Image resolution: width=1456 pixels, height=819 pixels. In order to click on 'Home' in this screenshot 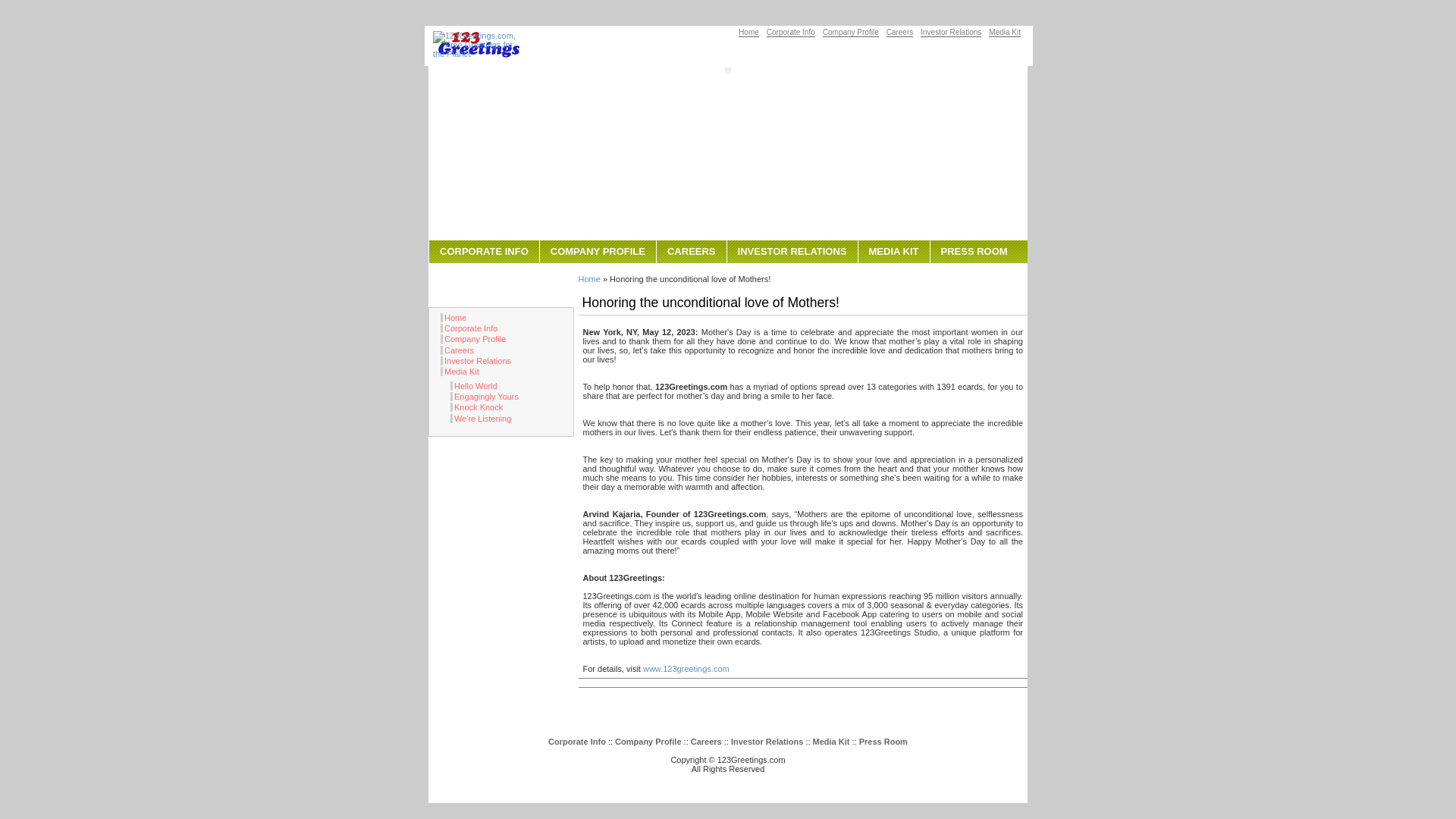, I will do `click(439, 317)`.